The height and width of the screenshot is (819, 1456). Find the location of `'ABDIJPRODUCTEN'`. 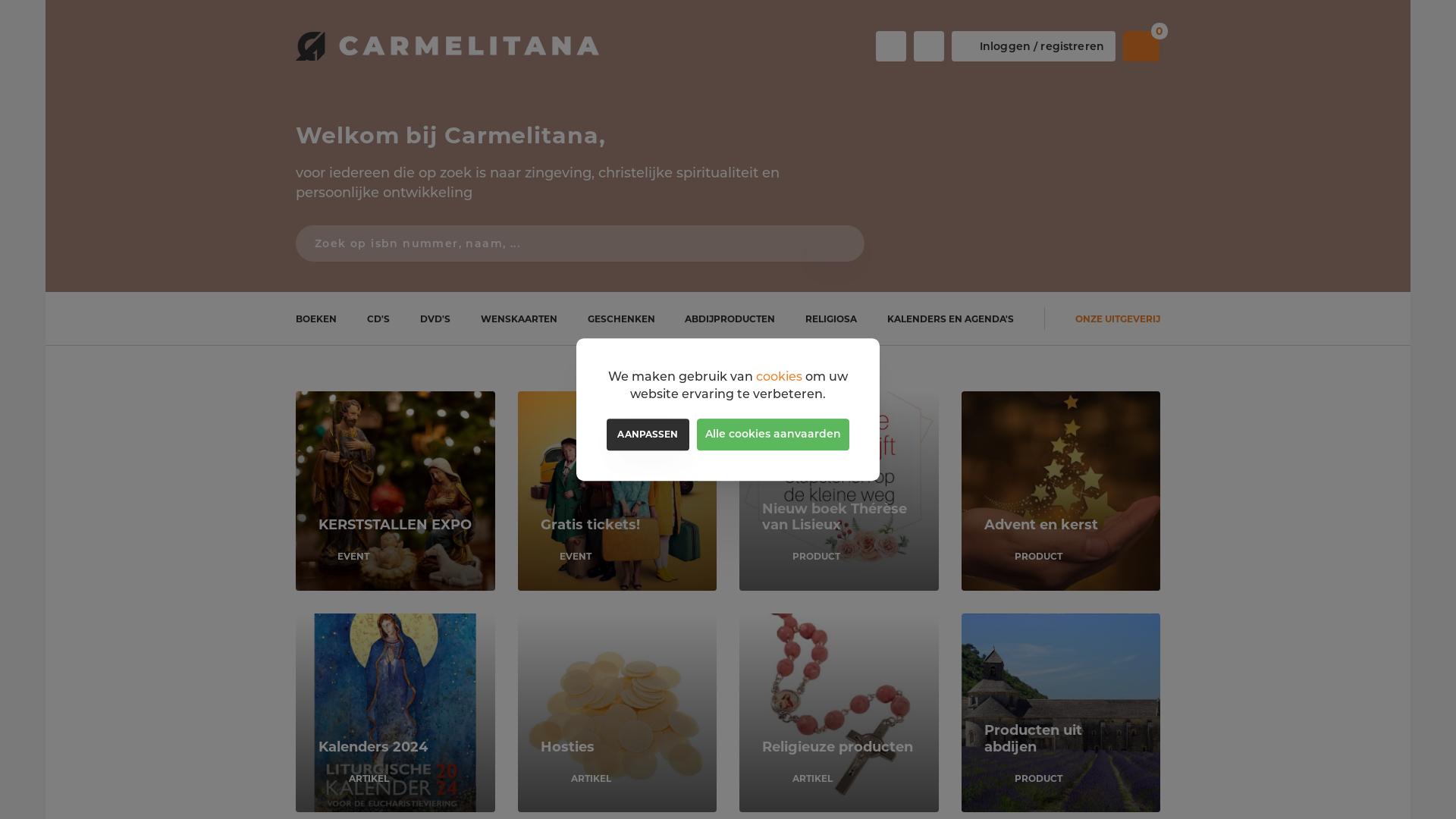

'ABDIJPRODUCTEN' is located at coordinates (730, 318).